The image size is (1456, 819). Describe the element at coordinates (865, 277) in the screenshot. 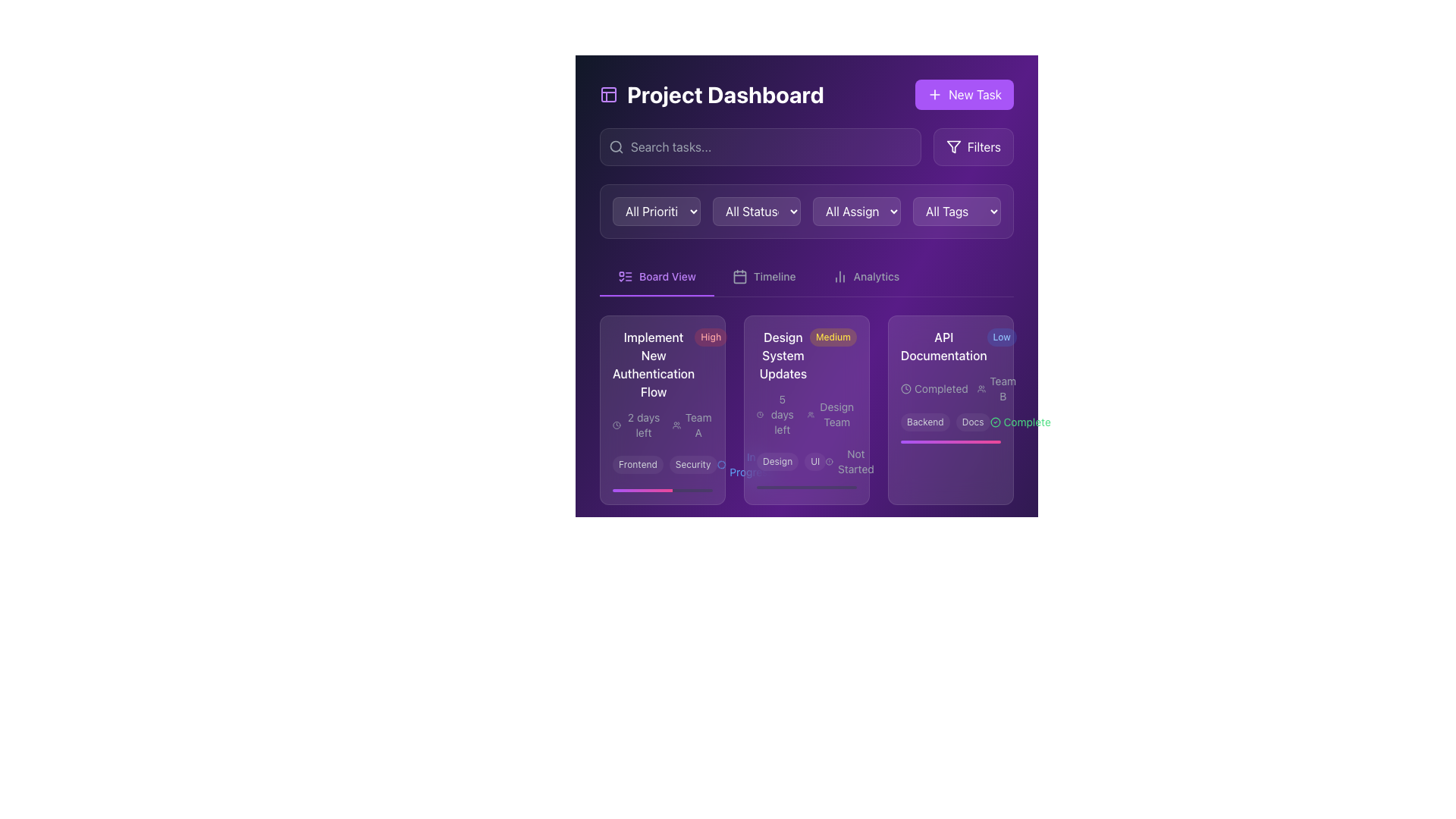

I see `keyboard navigation` at that location.